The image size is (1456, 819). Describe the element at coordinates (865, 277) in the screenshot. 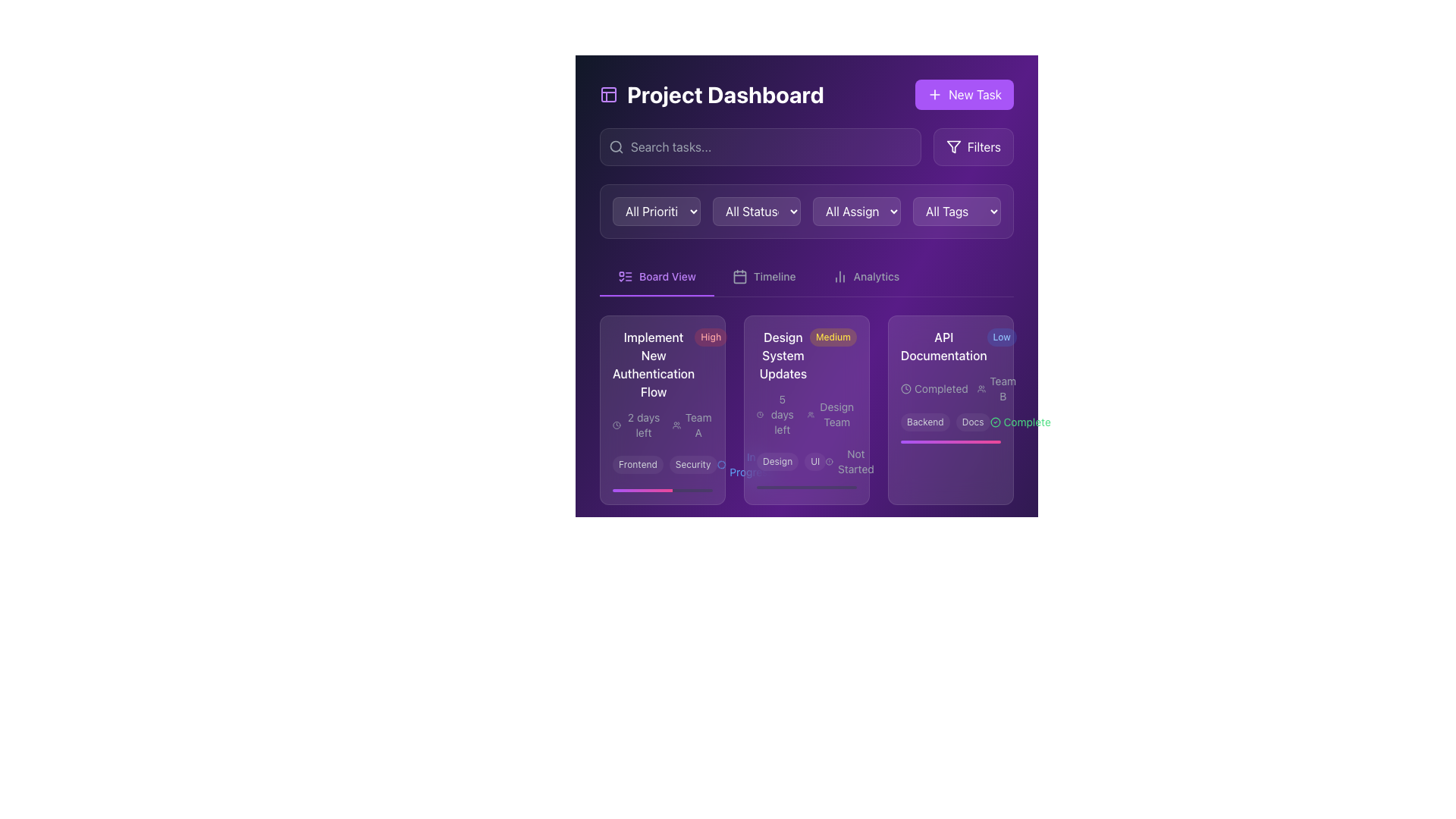

I see `keyboard navigation` at that location.